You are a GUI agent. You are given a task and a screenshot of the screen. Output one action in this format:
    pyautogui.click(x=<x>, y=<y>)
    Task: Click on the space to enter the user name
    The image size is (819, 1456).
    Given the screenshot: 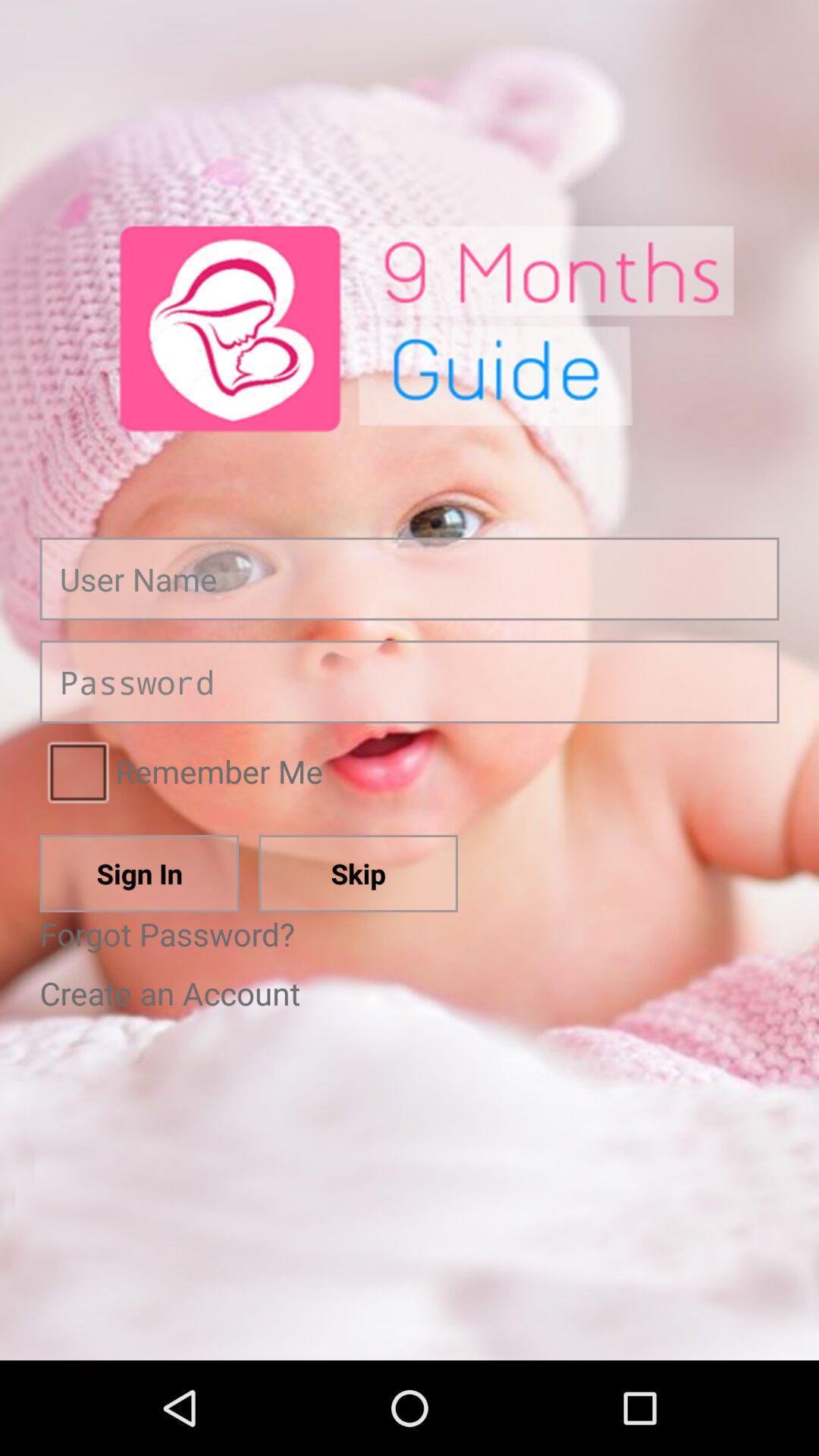 What is the action you would take?
    pyautogui.click(x=409, y=578)
    